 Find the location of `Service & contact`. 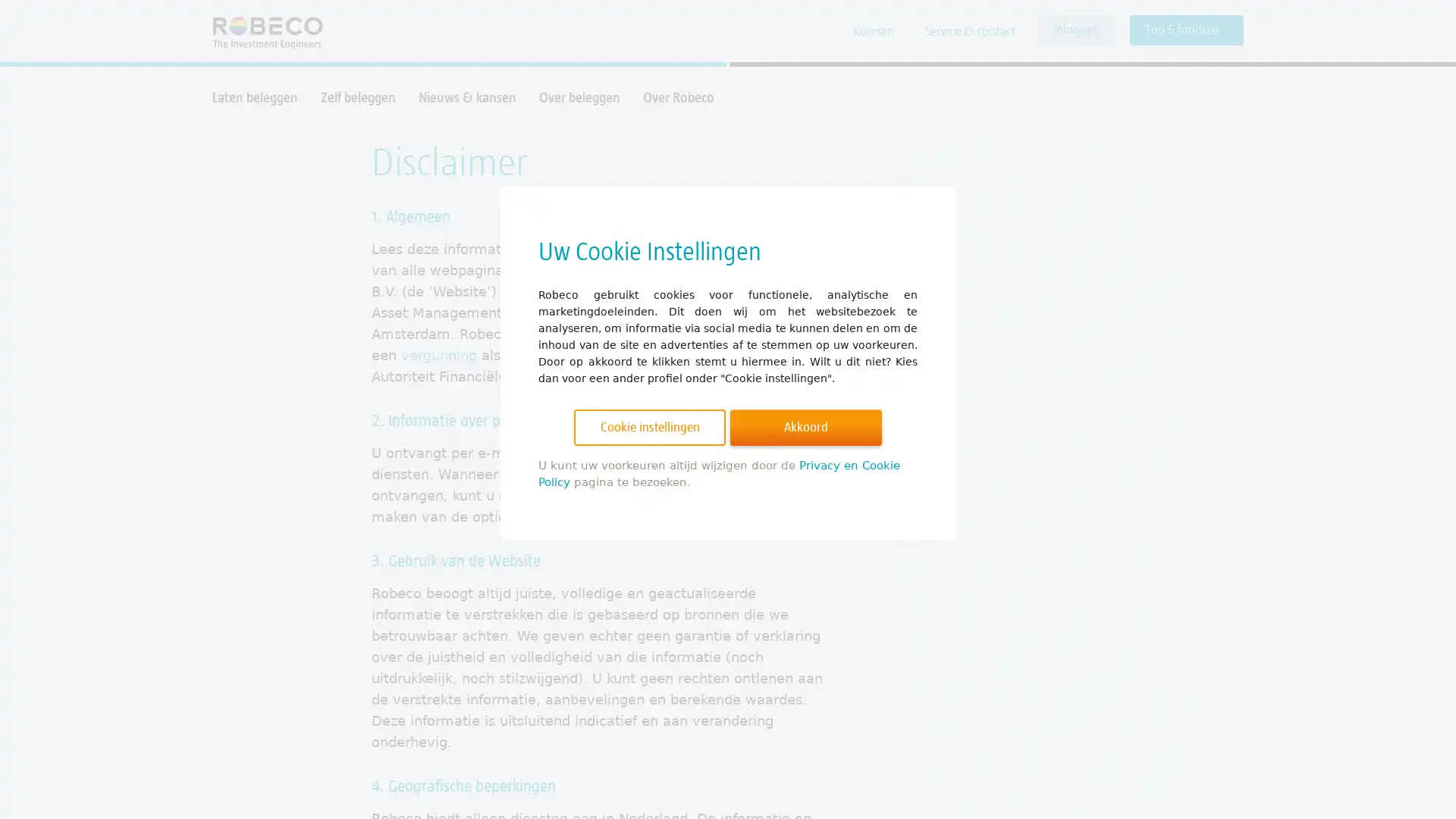

Service & contact is located at coordinates (968, 32).